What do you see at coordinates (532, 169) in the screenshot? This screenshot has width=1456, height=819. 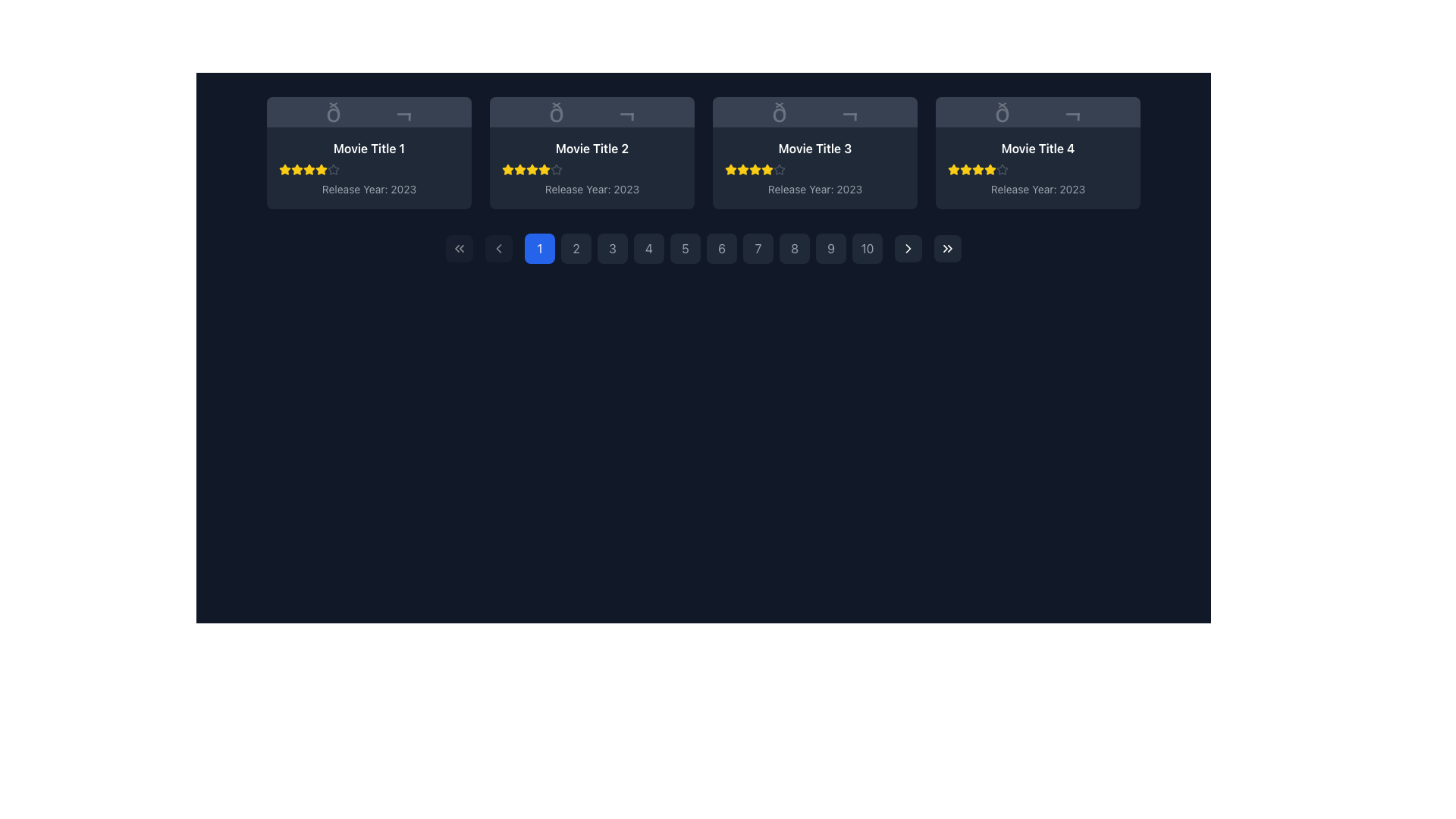 I see `the fifth star icon in the rating section of the card titled 'Movie Title 2', which is the second card in the horizontal row of movie cards` at bounding box center [532, 169].